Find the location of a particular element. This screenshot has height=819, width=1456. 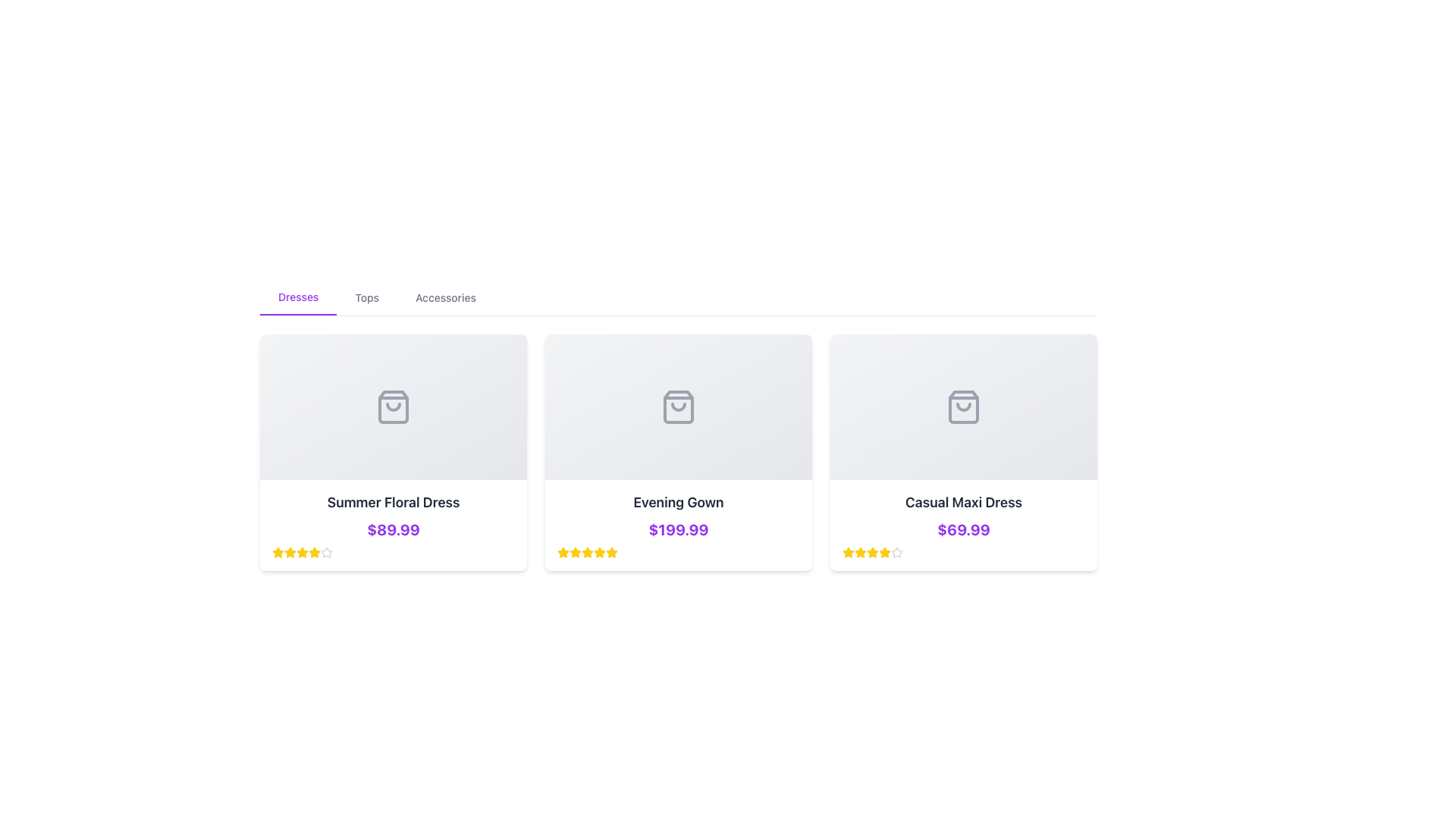

the first decorative yellow star icon in the rating system below the 'Casual Maxi Dress' card is located at coordinates (847, 553).